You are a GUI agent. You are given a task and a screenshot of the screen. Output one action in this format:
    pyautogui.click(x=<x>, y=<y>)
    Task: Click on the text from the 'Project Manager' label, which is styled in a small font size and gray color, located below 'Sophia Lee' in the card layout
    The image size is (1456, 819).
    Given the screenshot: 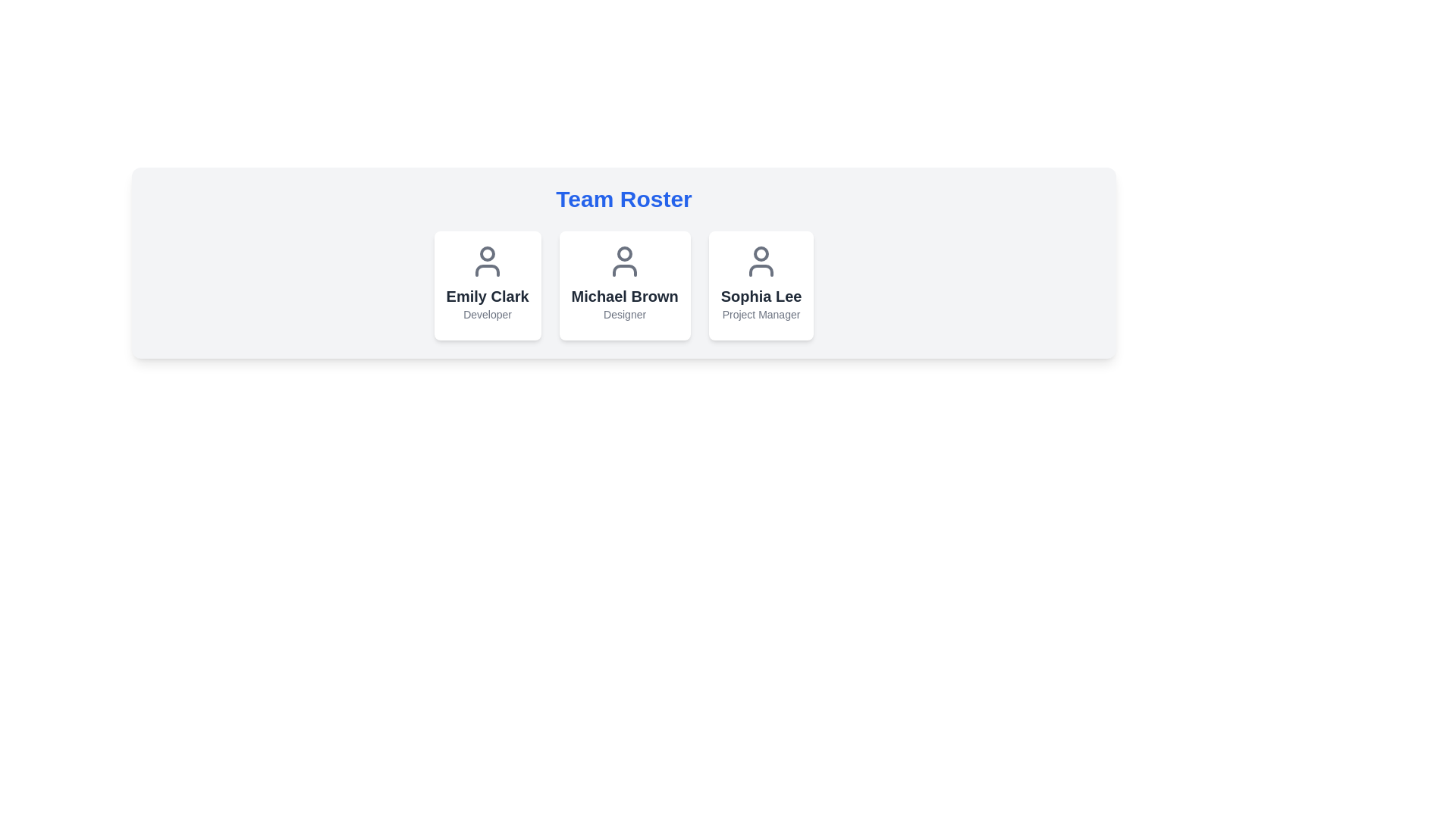 What is the action you would take?
    pyautogui.click(x=761, y=314)
    